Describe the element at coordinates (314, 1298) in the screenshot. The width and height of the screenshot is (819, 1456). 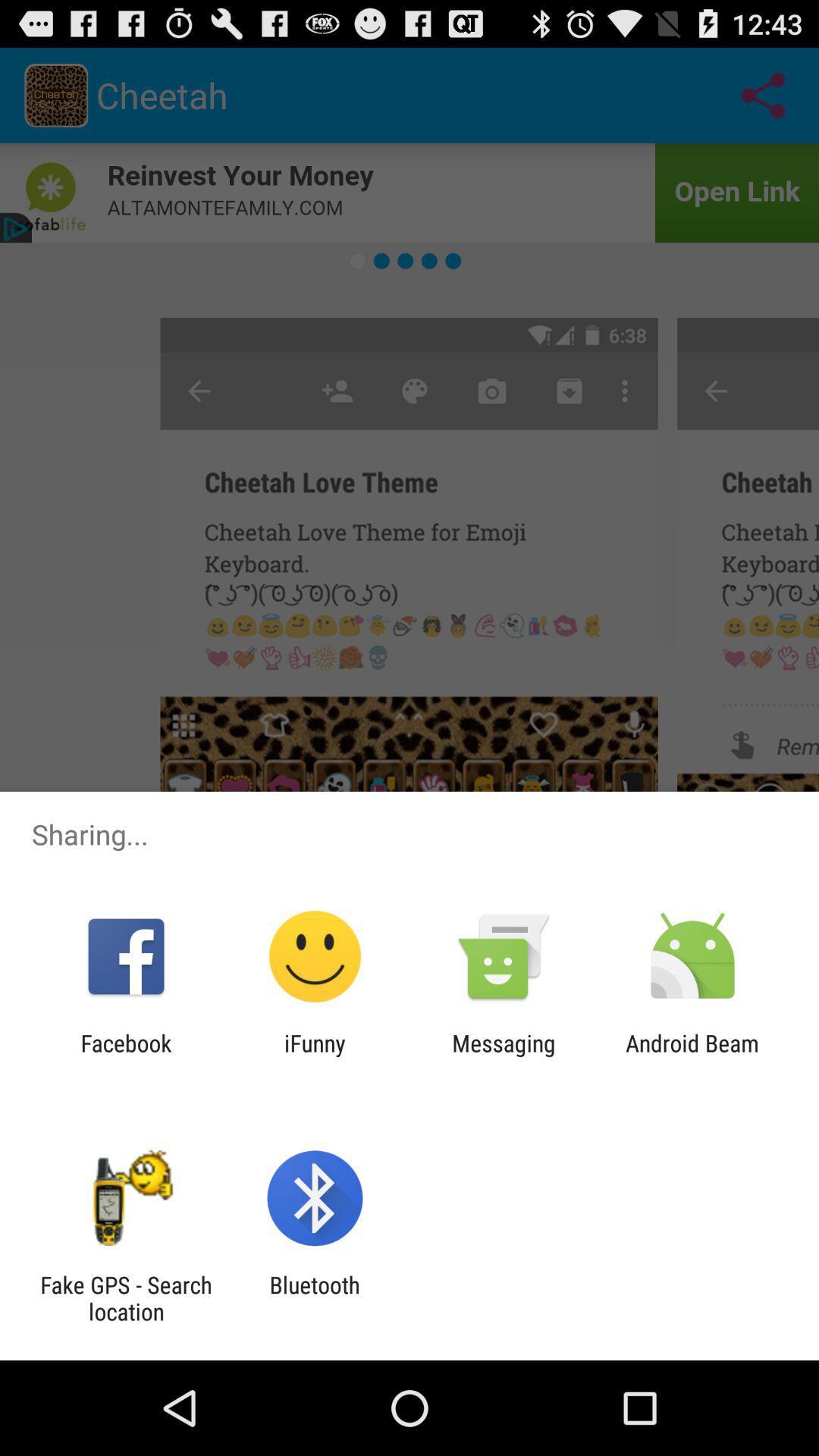
I see `app to the right of the fake gps search item` at that location.